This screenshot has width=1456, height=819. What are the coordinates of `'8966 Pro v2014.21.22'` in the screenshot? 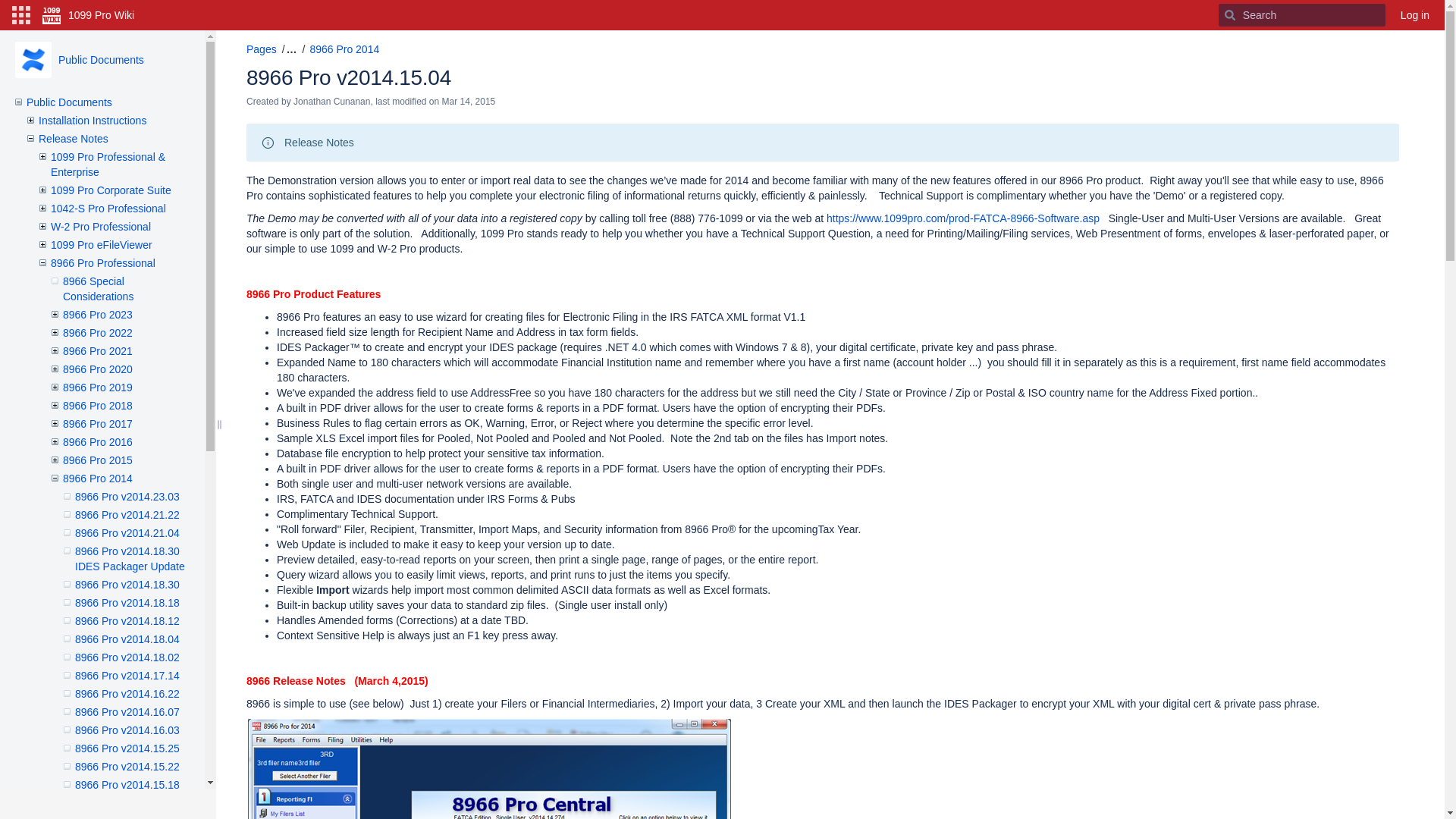 It's located at (127, 513).